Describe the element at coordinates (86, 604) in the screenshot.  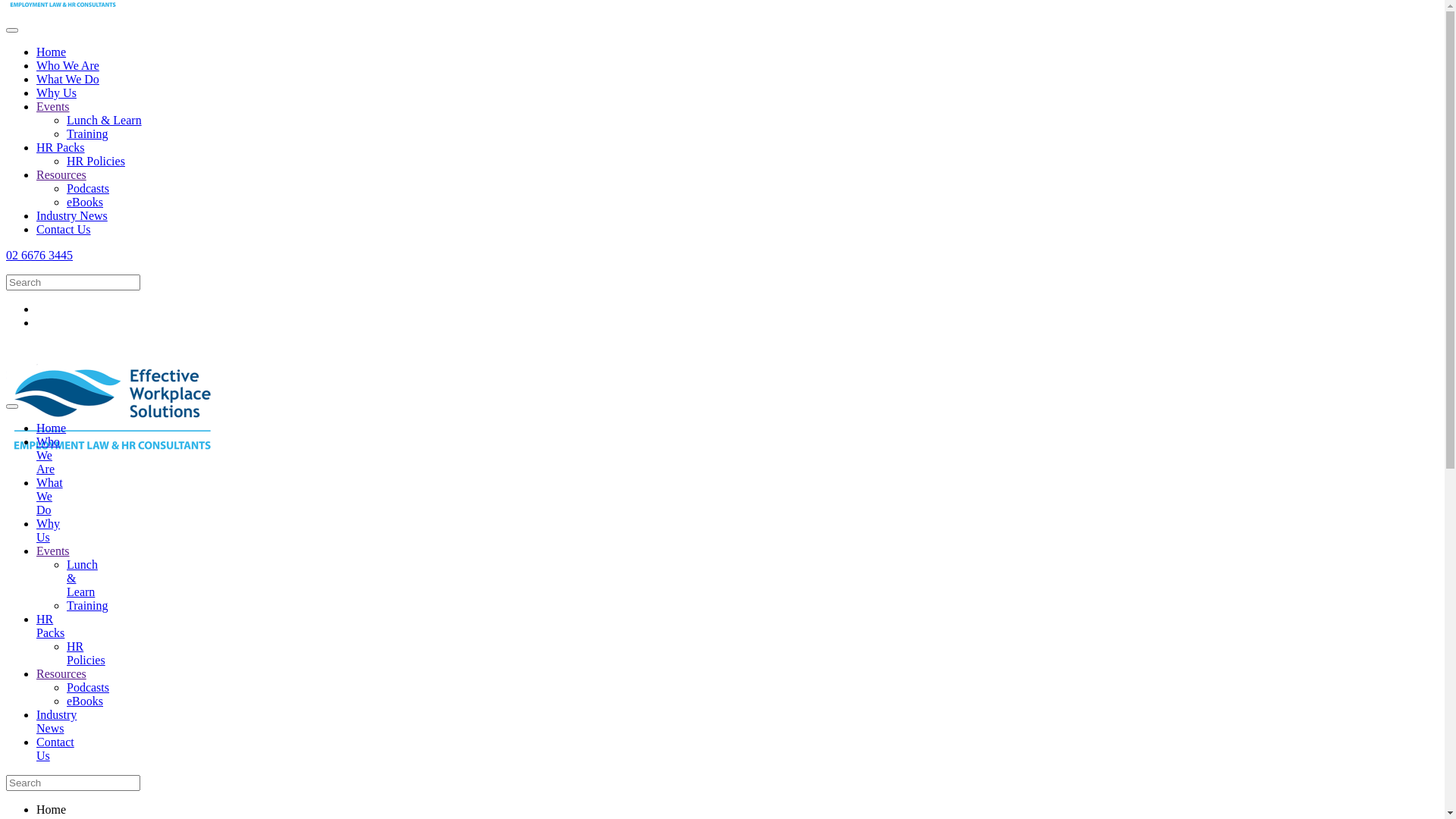
I see `'Training'` at that location.